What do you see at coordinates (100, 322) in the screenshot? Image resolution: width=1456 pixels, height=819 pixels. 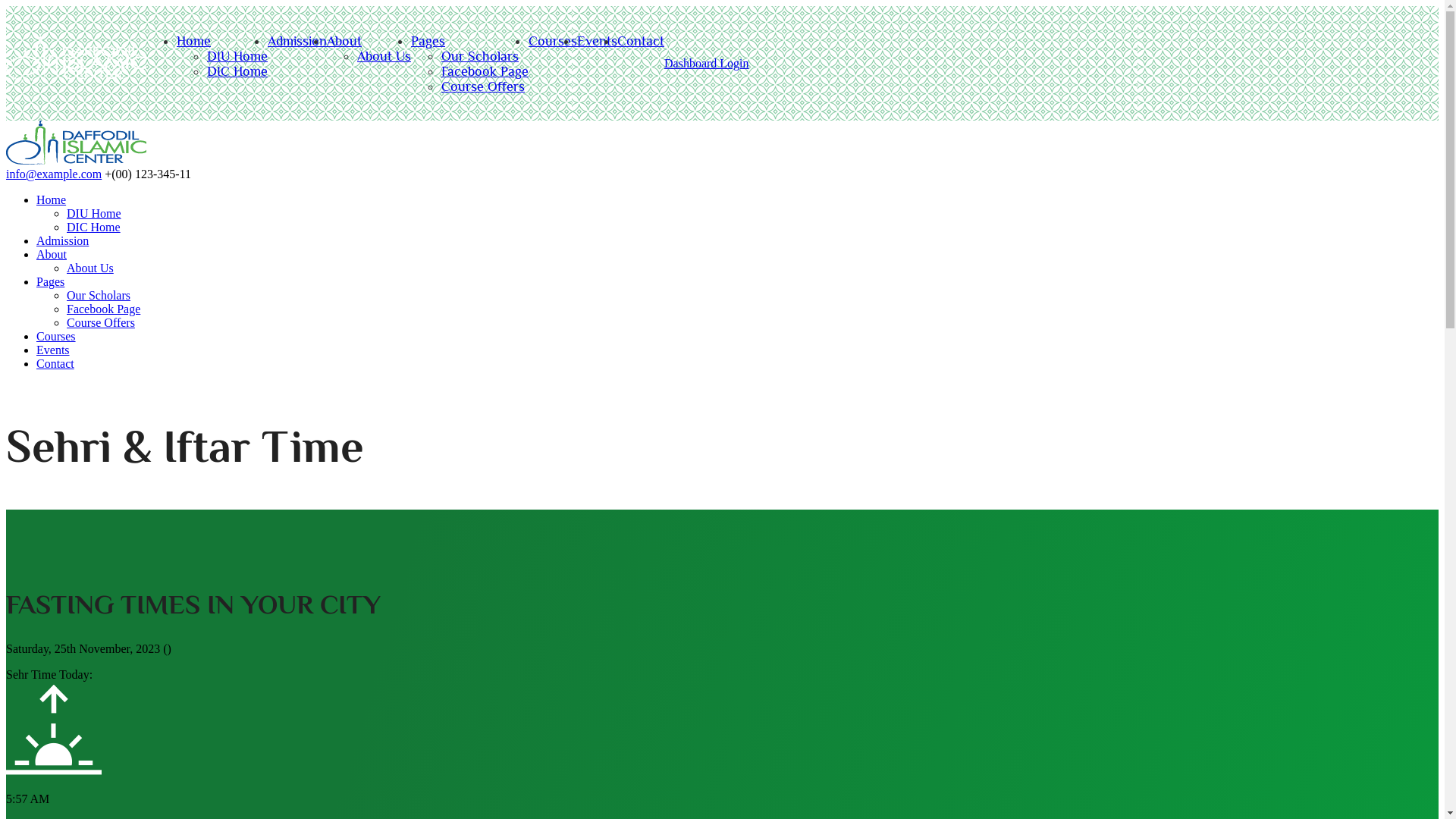 I see `'Course Offers'` at bounding box center [100, 322].